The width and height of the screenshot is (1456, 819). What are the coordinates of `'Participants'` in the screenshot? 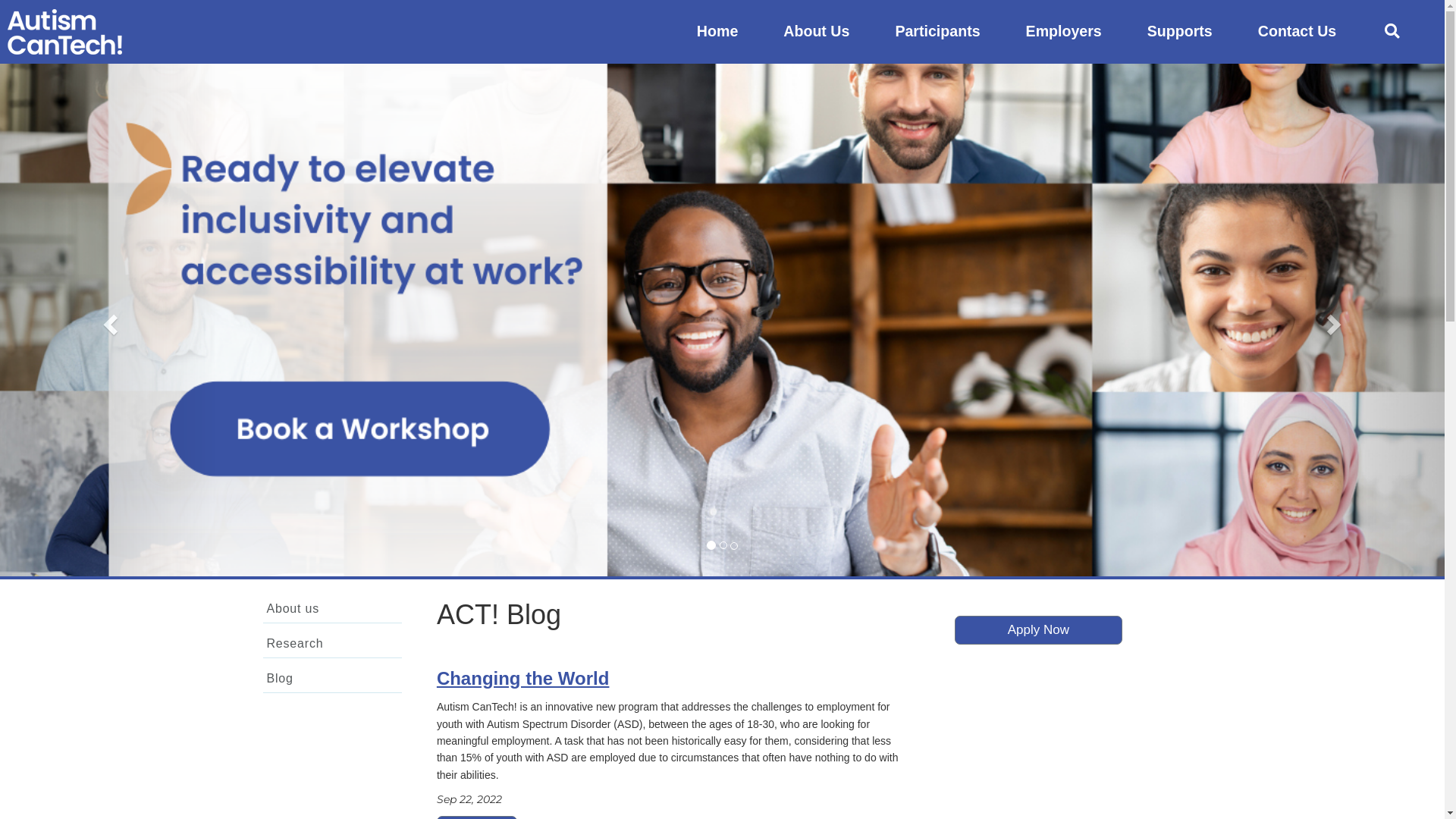 It's located at (937, 32).